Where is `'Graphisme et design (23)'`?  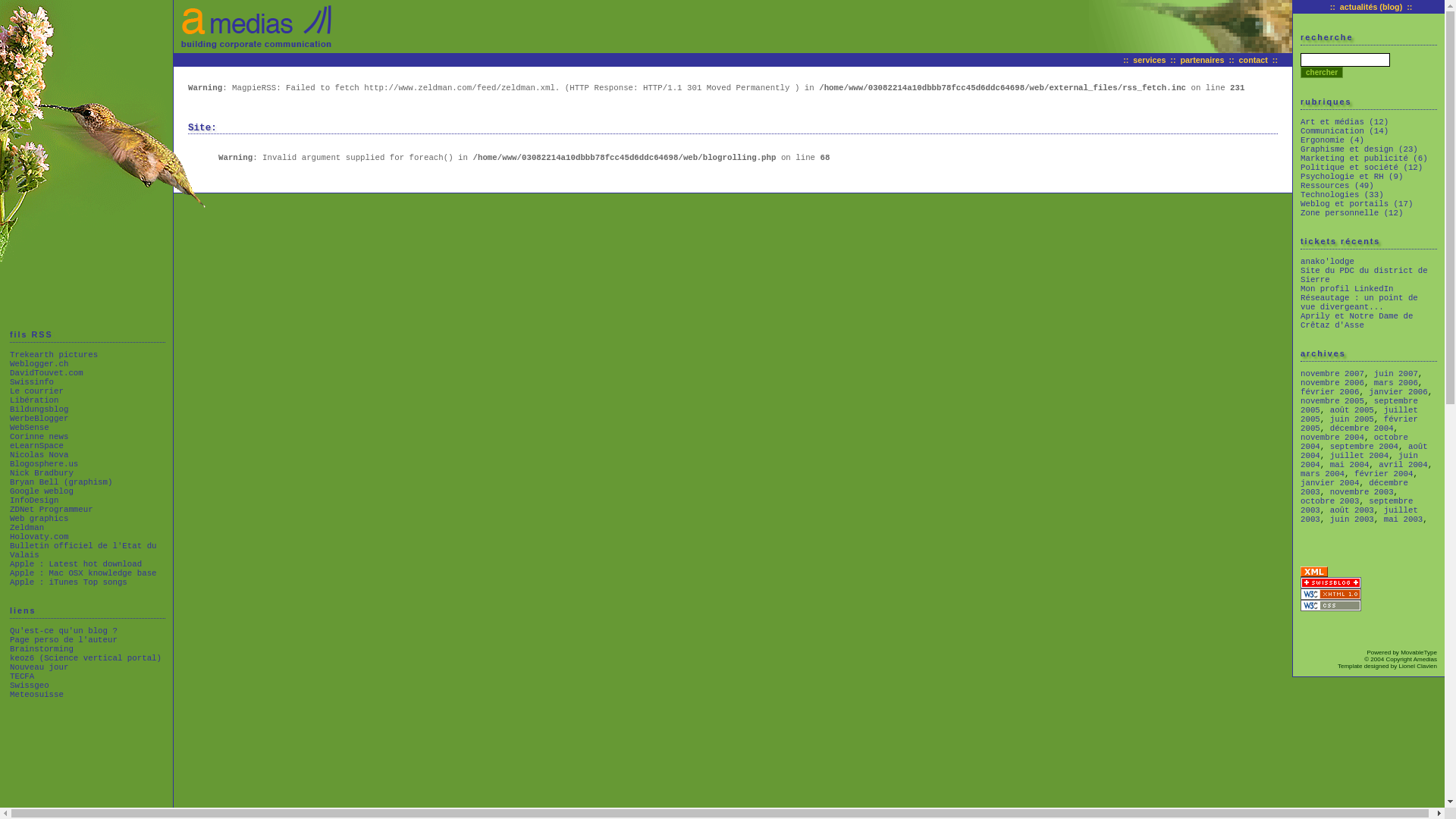
'Graphisme et design (23)' is located at coordinates (1359, 149).